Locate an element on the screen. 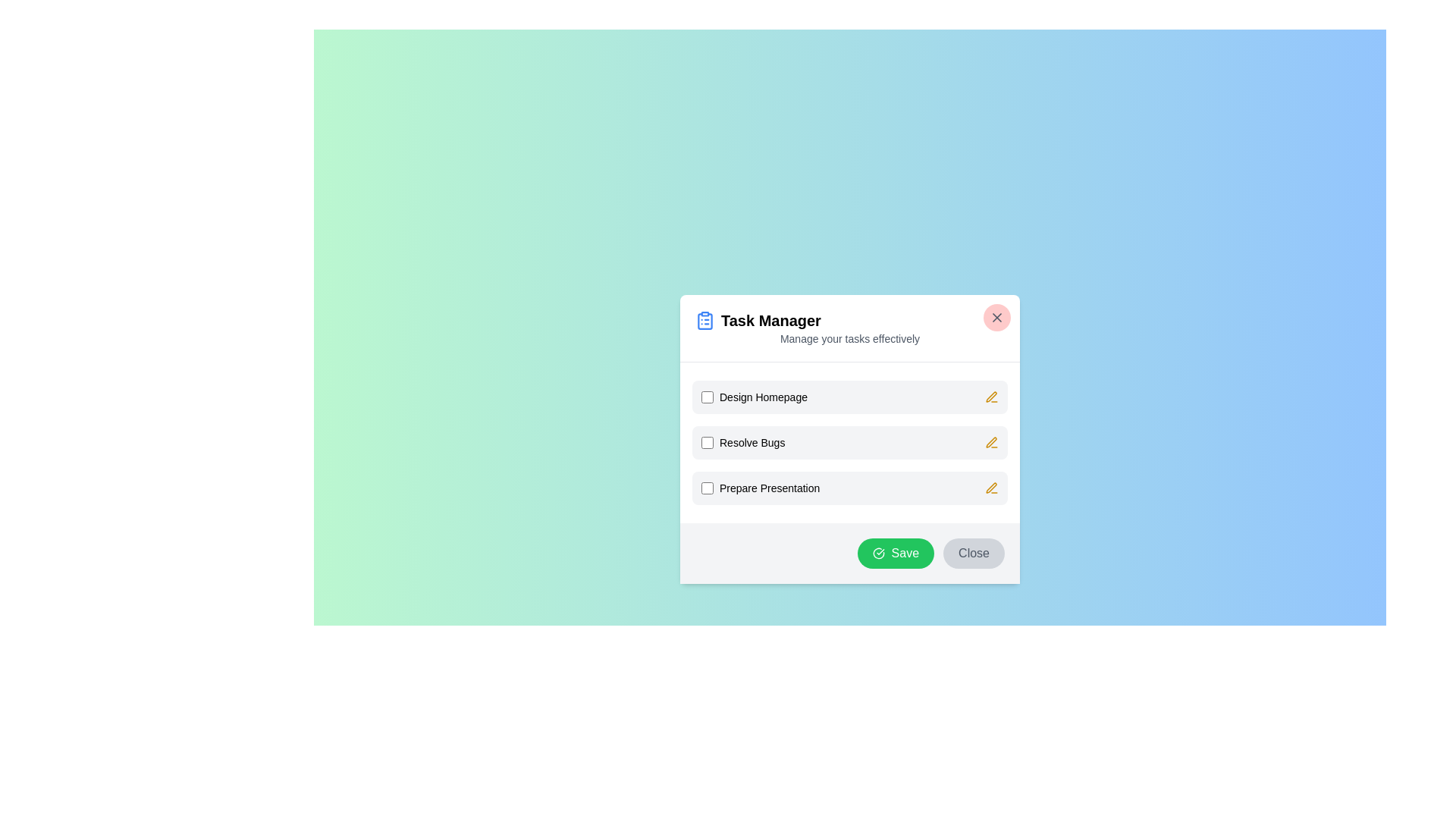 The image size is (1456, 819). the checkbox in the third task row of the task list in the 'Task Manager' interface to mark the task as complete is located at coordinates (761, 488).